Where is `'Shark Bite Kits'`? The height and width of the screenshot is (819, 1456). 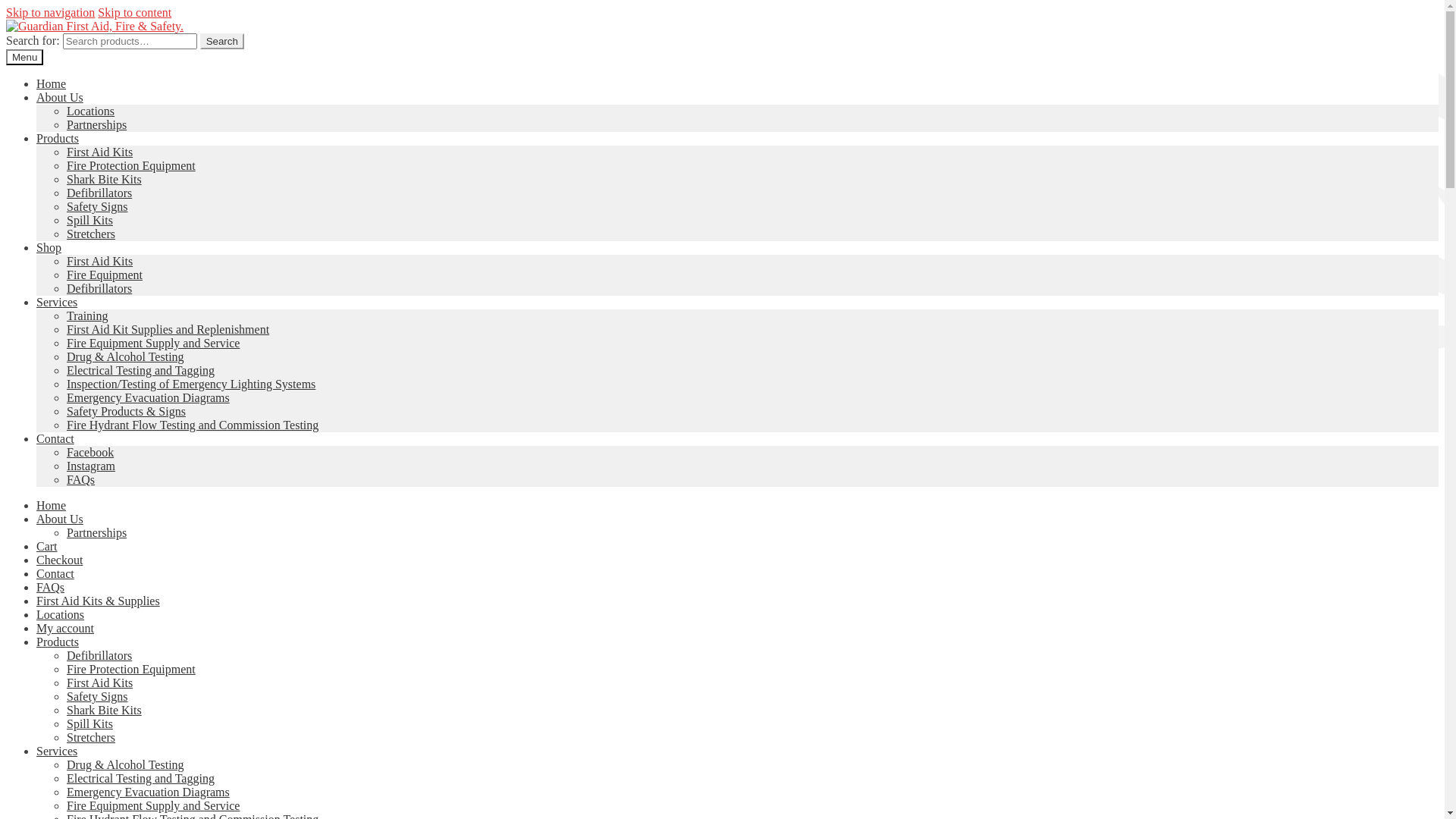 'Shark Bite Kits' is located at coordinates (103, 710).